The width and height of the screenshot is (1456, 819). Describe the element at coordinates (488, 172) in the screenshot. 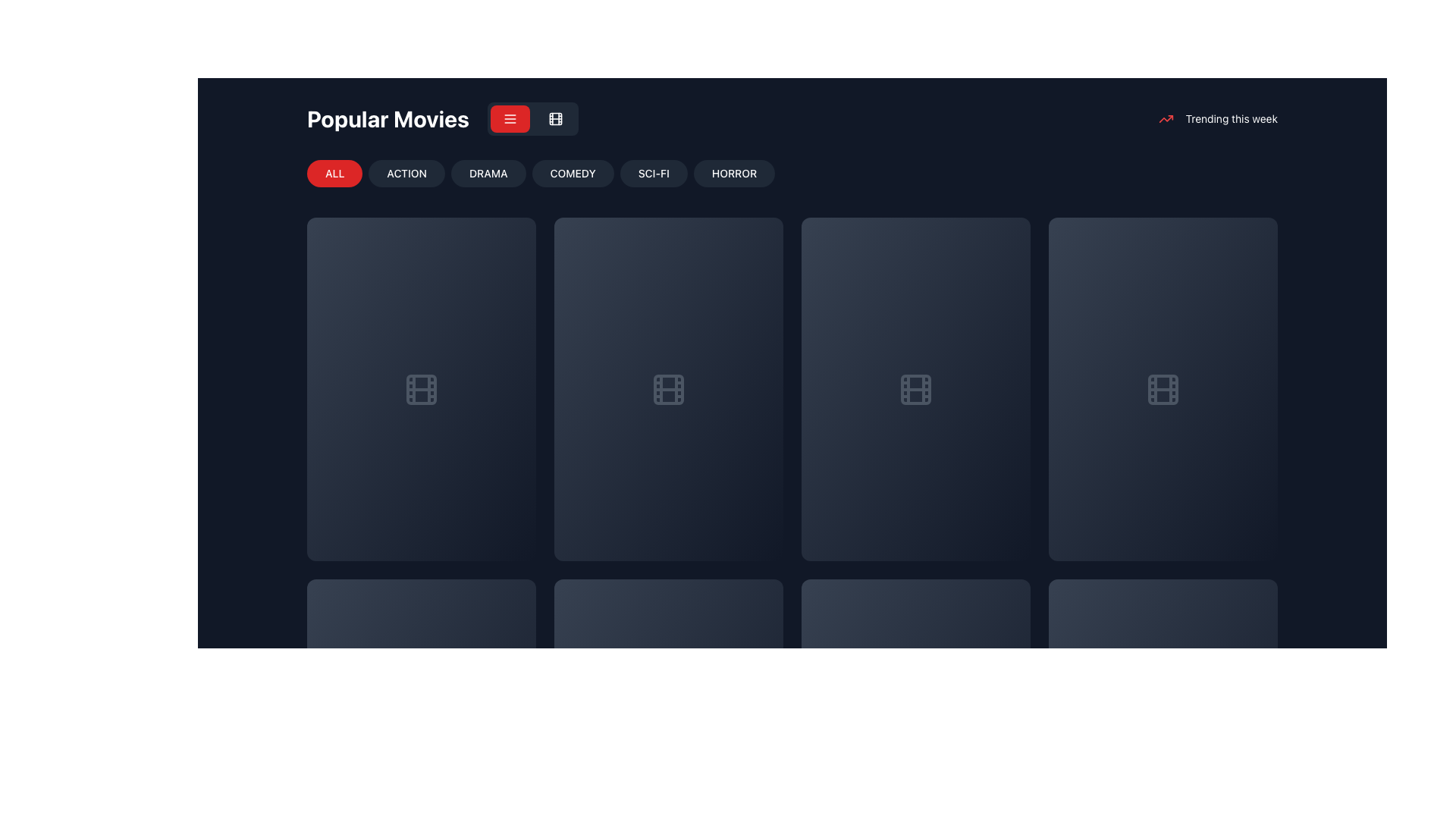

I see `the 'DRAMA' filter button located in the top-center area below the 'Popular Movies' title for keyboard navigation` at that location.